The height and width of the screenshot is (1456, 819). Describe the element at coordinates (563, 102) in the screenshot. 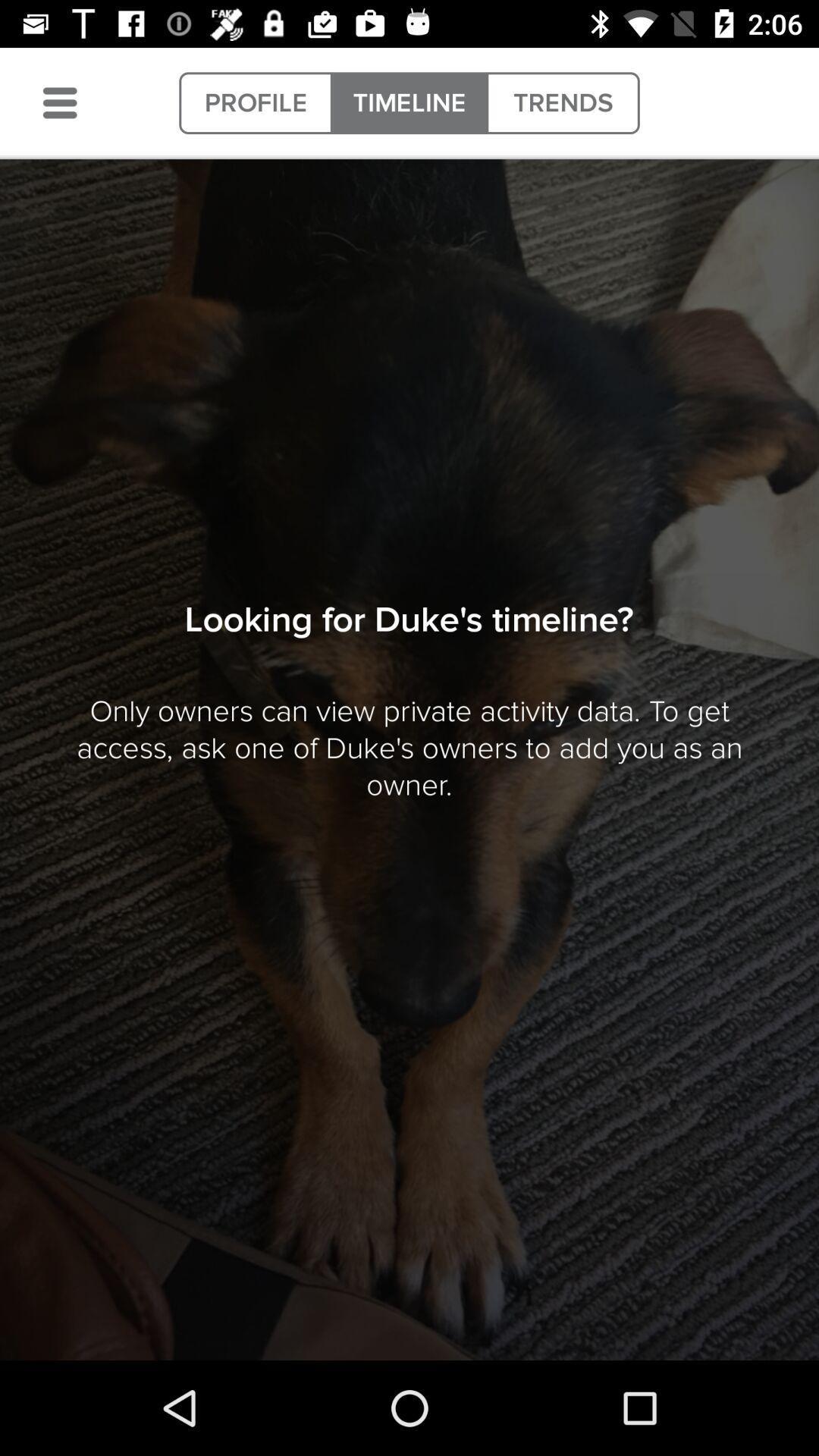

I see `the icon next to the timeline icon` at that location.